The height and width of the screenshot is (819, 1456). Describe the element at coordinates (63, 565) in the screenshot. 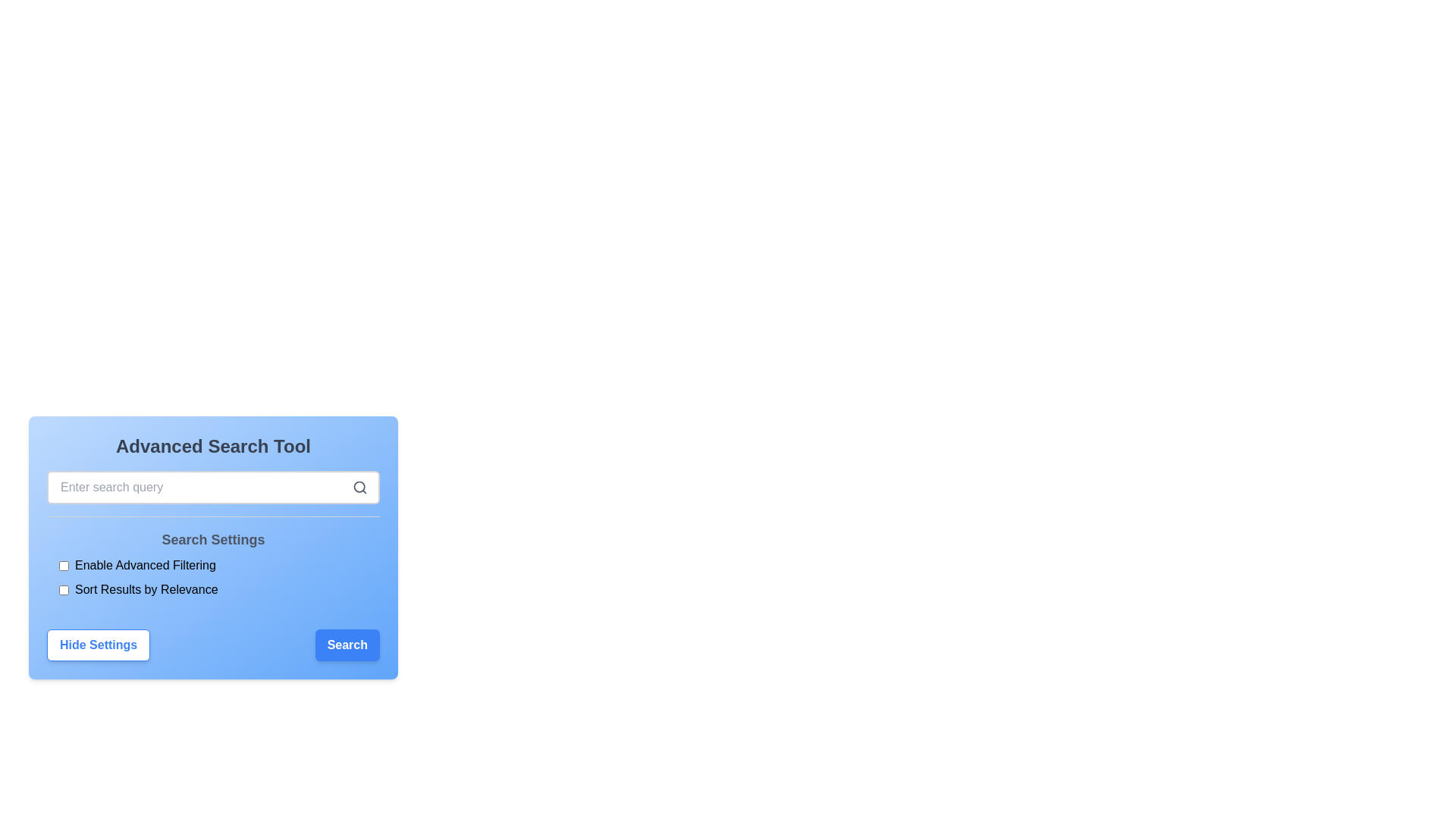

I see `the checkbox with a blue outline and white background located to the left of the text 'Enable Advanced Filtering' in the 'Search Settings' section` at that location.